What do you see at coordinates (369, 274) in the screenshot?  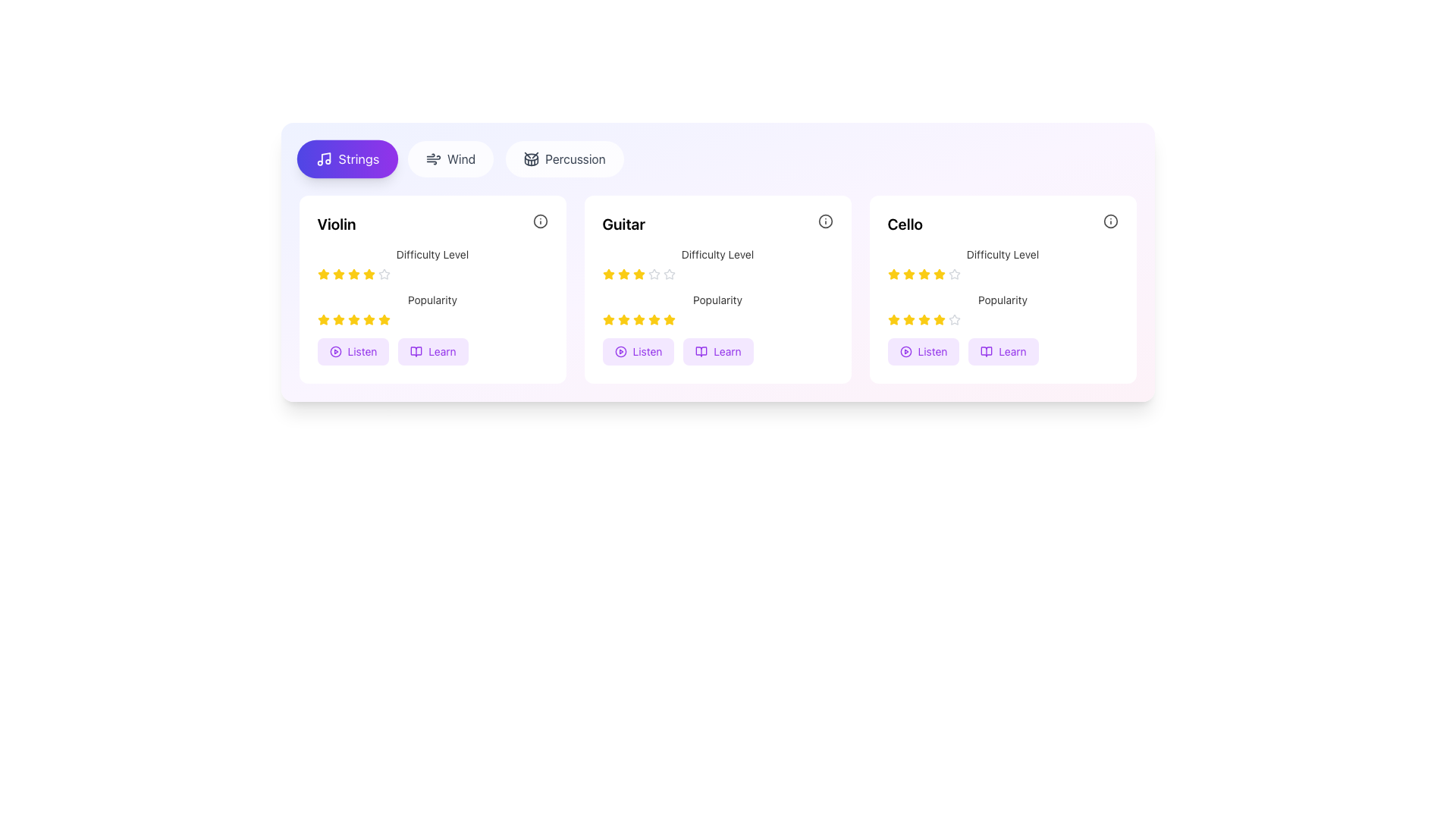 I see `the fourth star icon, filled with yellow color, in the 'Difficulty Level' section for the 'Violin' under the 'Strings' tab` at bounding box center [369, 274].